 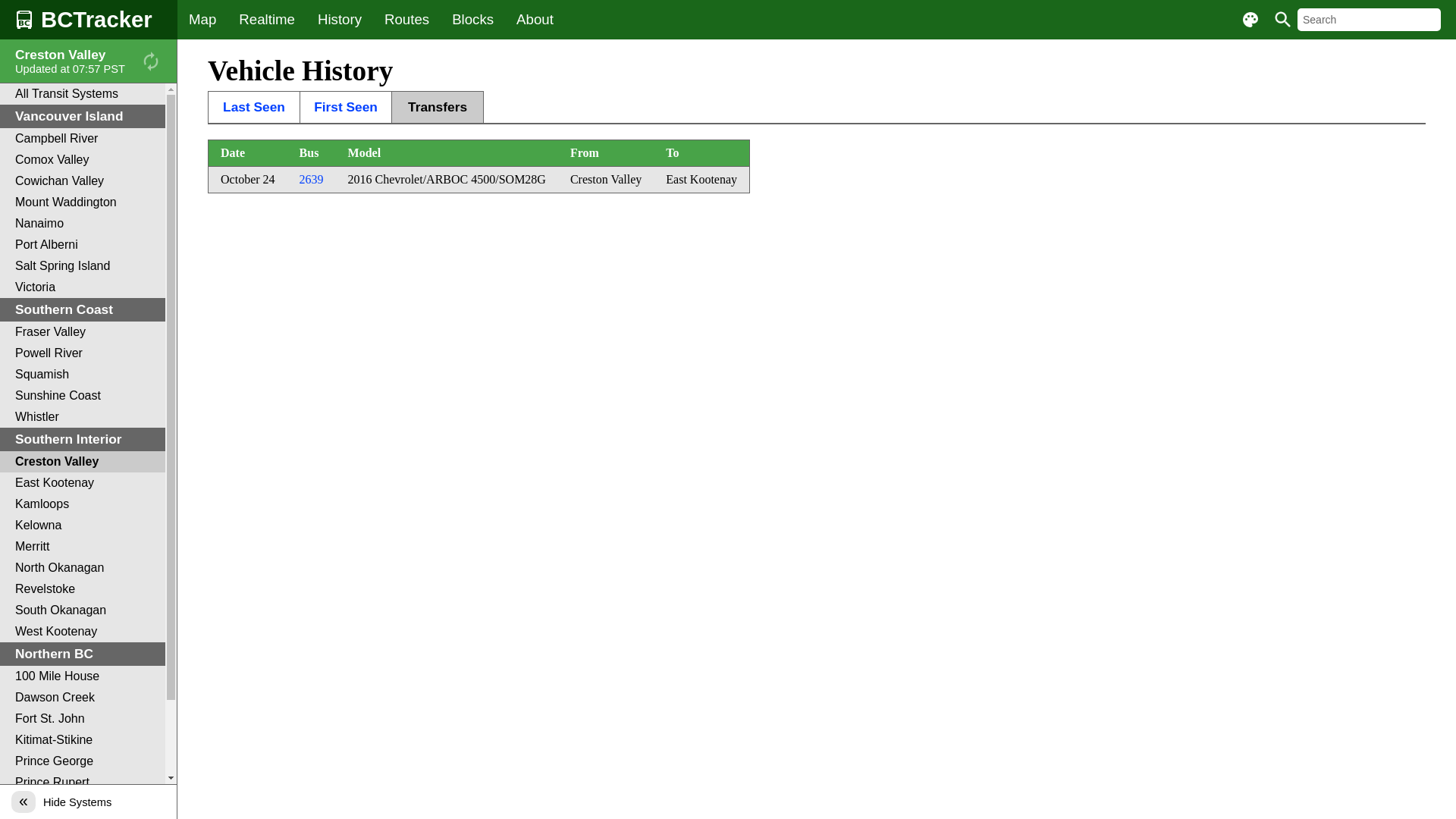 I want to click on 'Last Seen', so click(x=254, y=106).